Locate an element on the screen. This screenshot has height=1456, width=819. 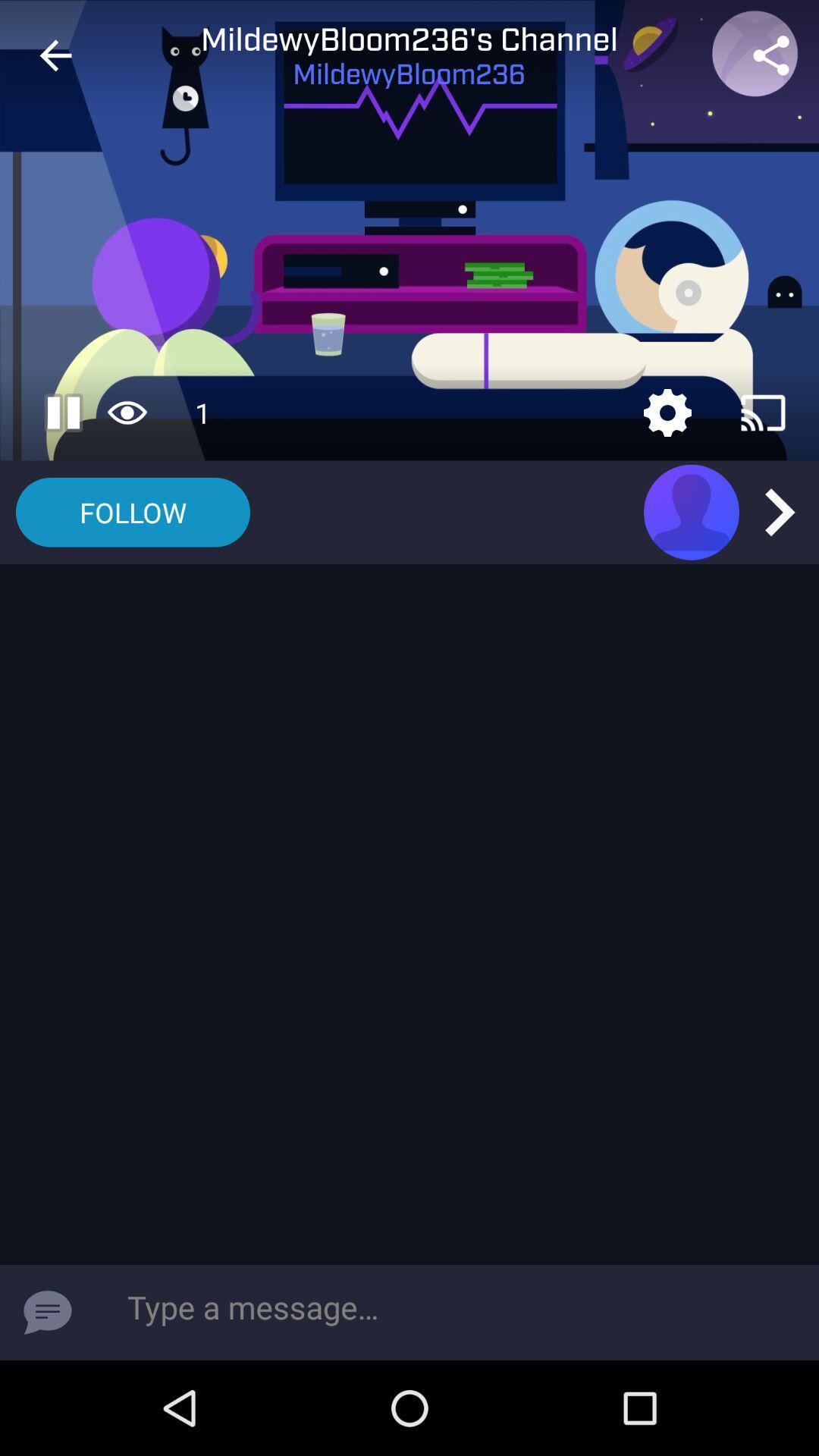
the item next to the mildewybloom236's channel item is located at coordinates (771, 55).